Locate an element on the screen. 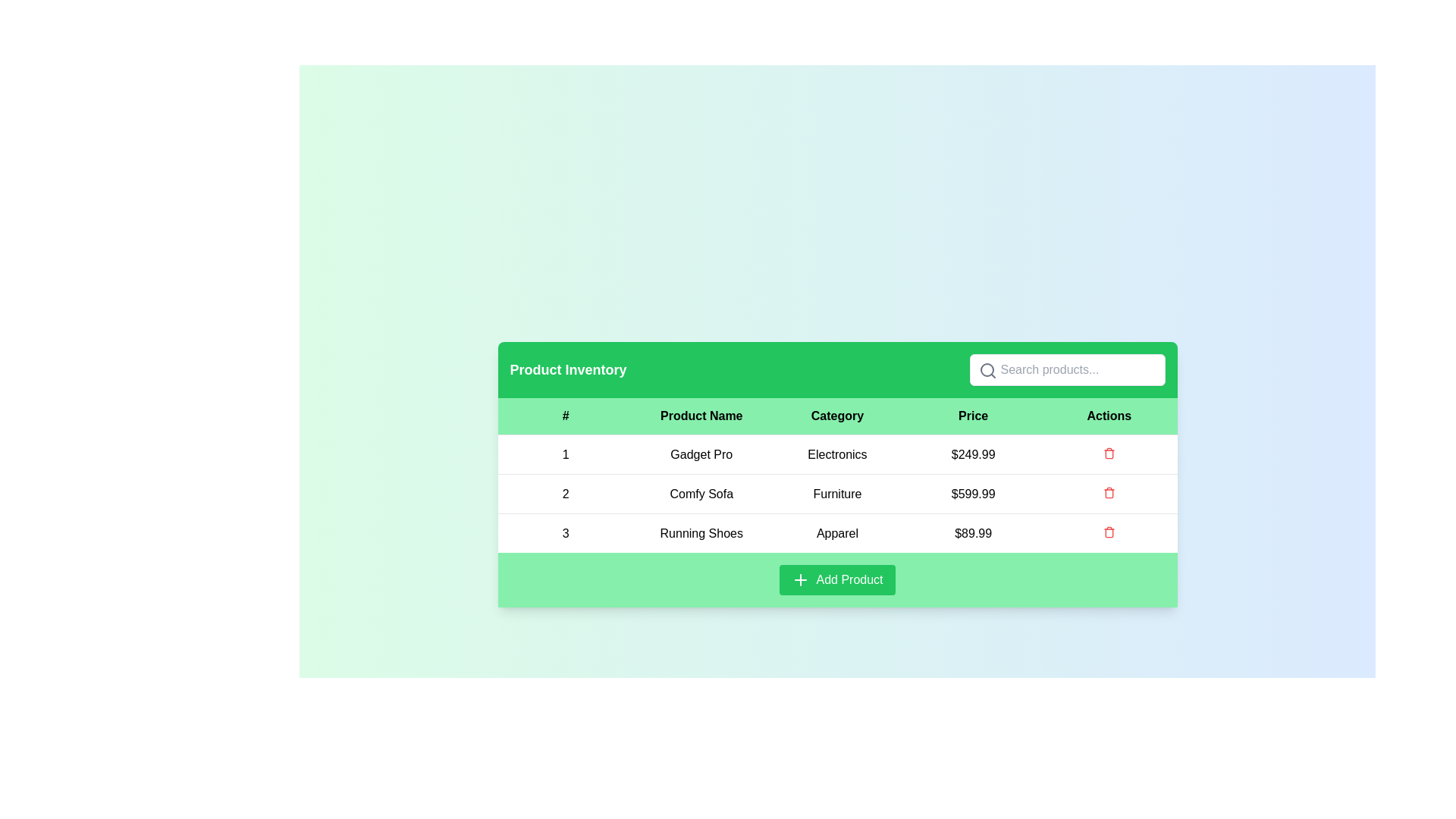 Image resolution: width=1456 pixels, height=819 pixels. the static text display field showing the price '$599.99' in the 'Price' column of the second row in the table is located at coordinates (973, 494).